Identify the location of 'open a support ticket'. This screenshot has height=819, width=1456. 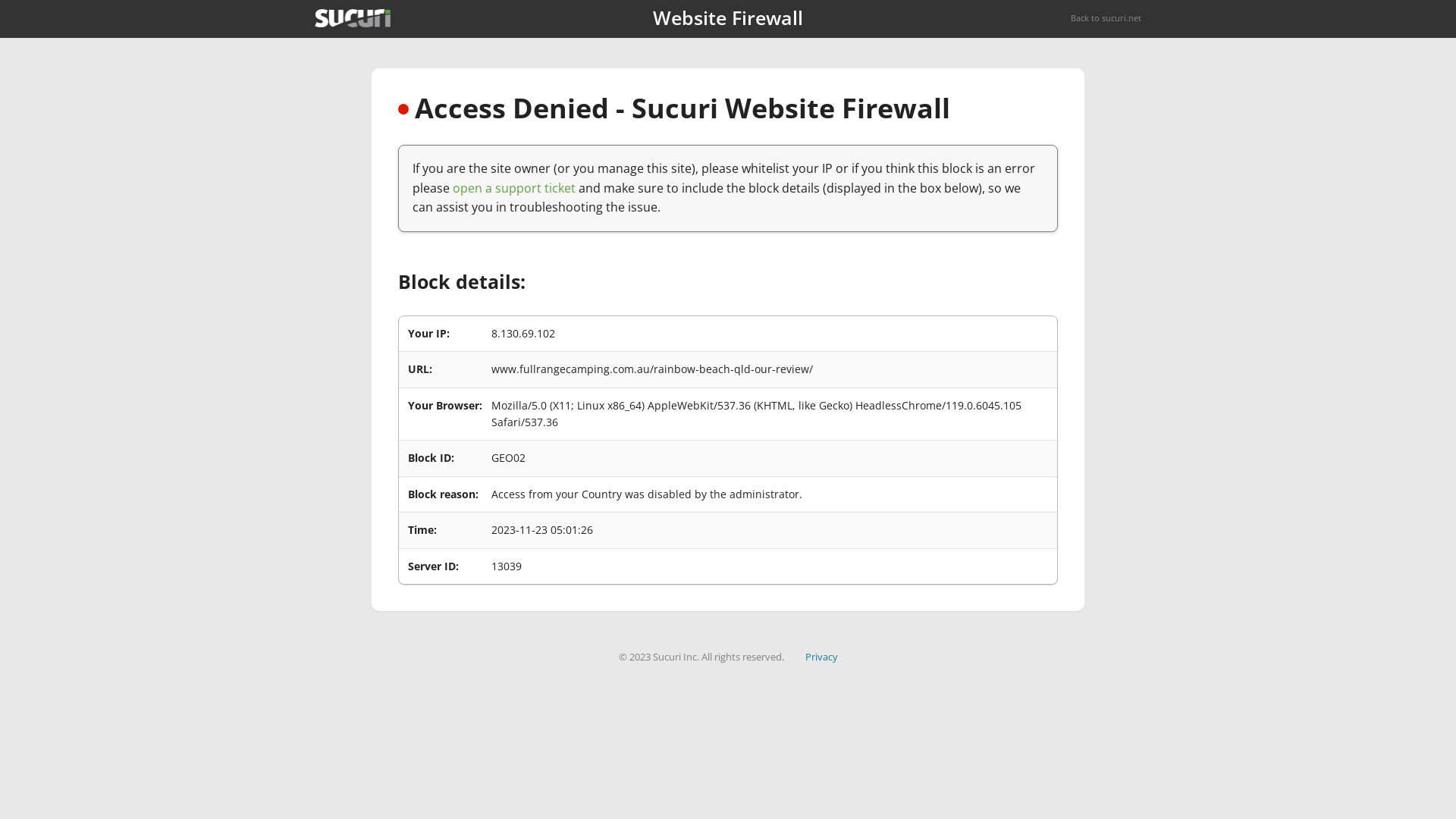
(513, 187).